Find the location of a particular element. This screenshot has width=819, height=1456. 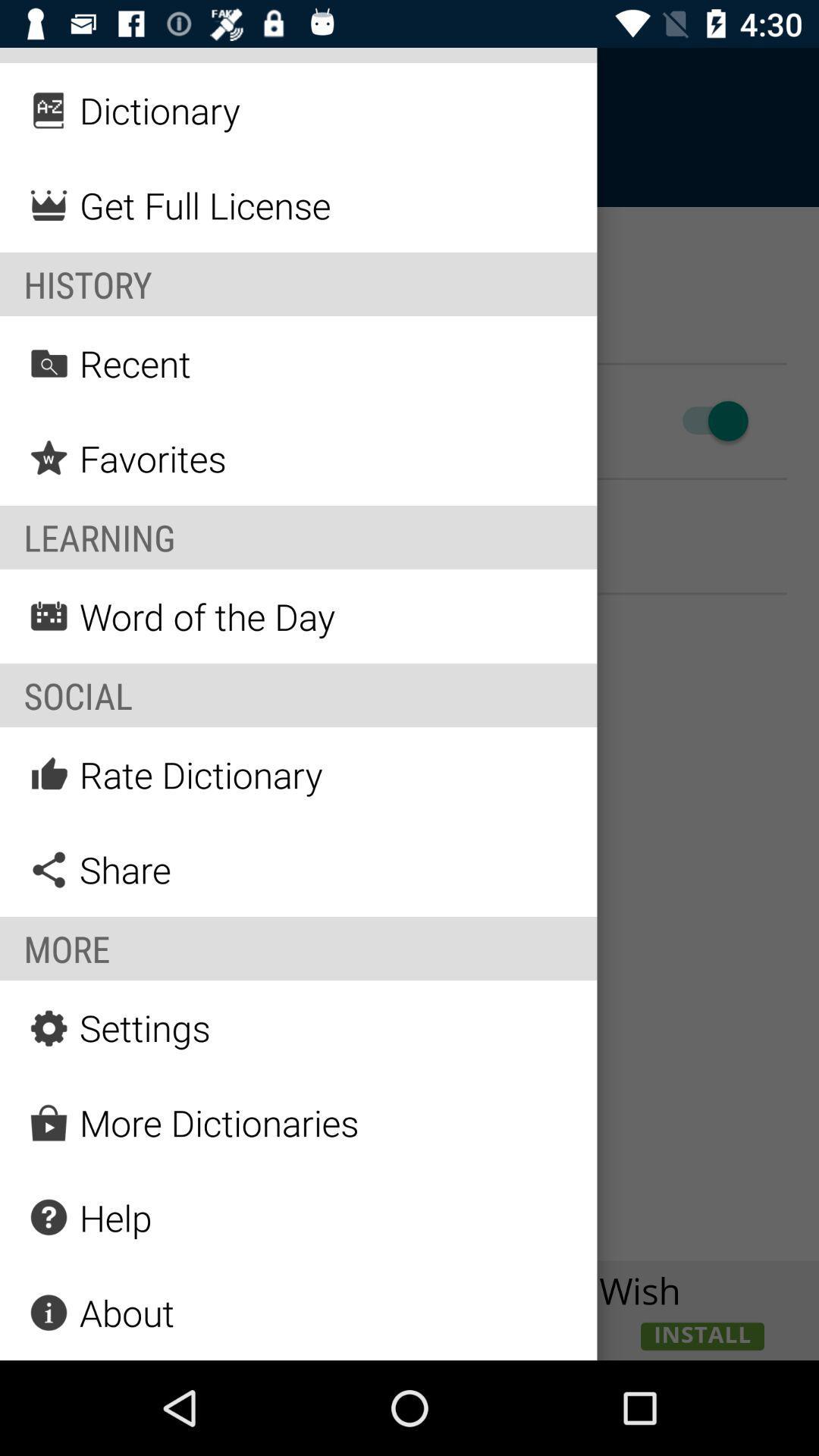

the logo below az is located at coordinates (49, 204).